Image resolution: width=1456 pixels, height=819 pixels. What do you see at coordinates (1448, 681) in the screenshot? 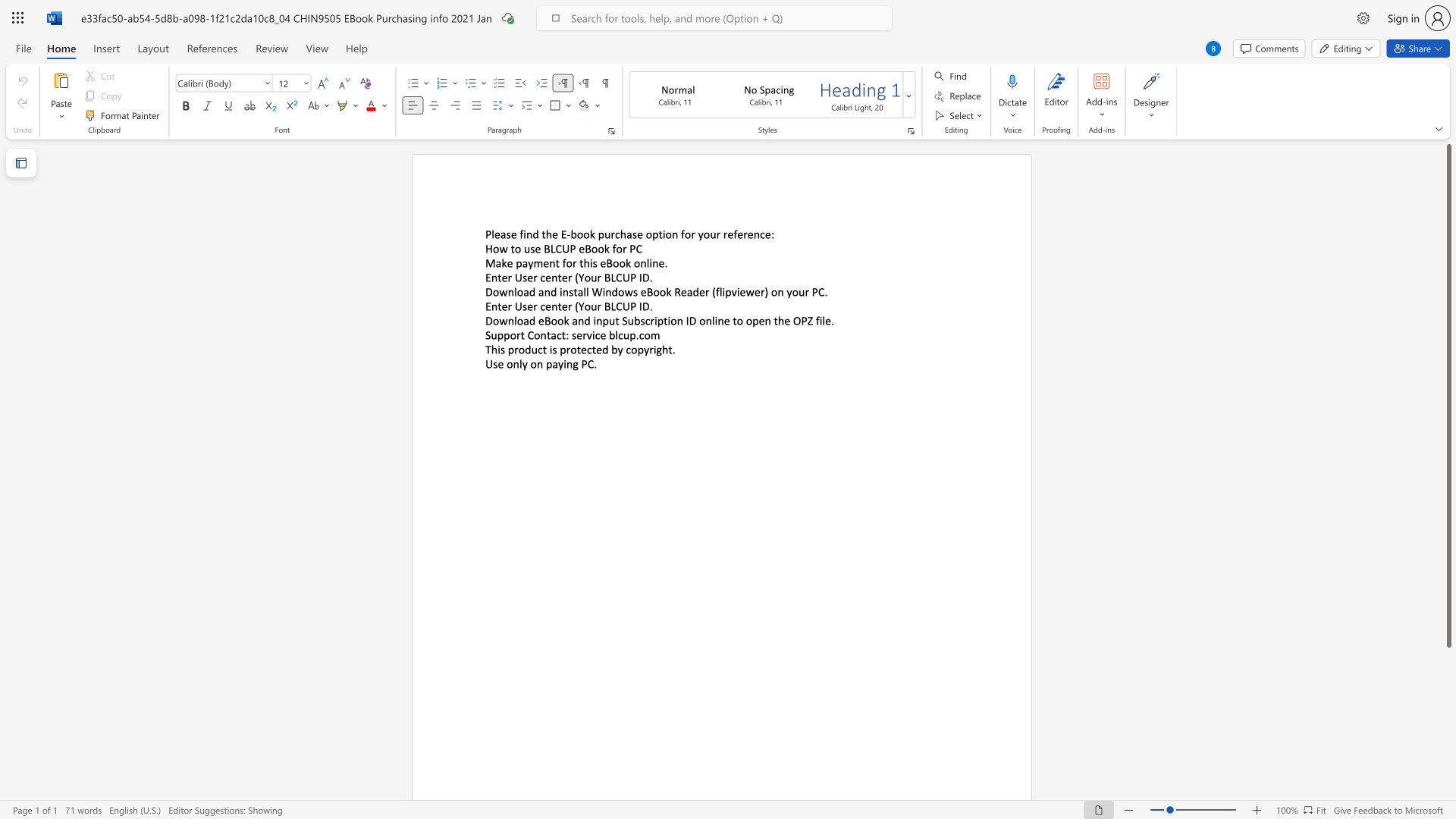
I see `the scrollbar on the side` at bounding box center [1448, 681].